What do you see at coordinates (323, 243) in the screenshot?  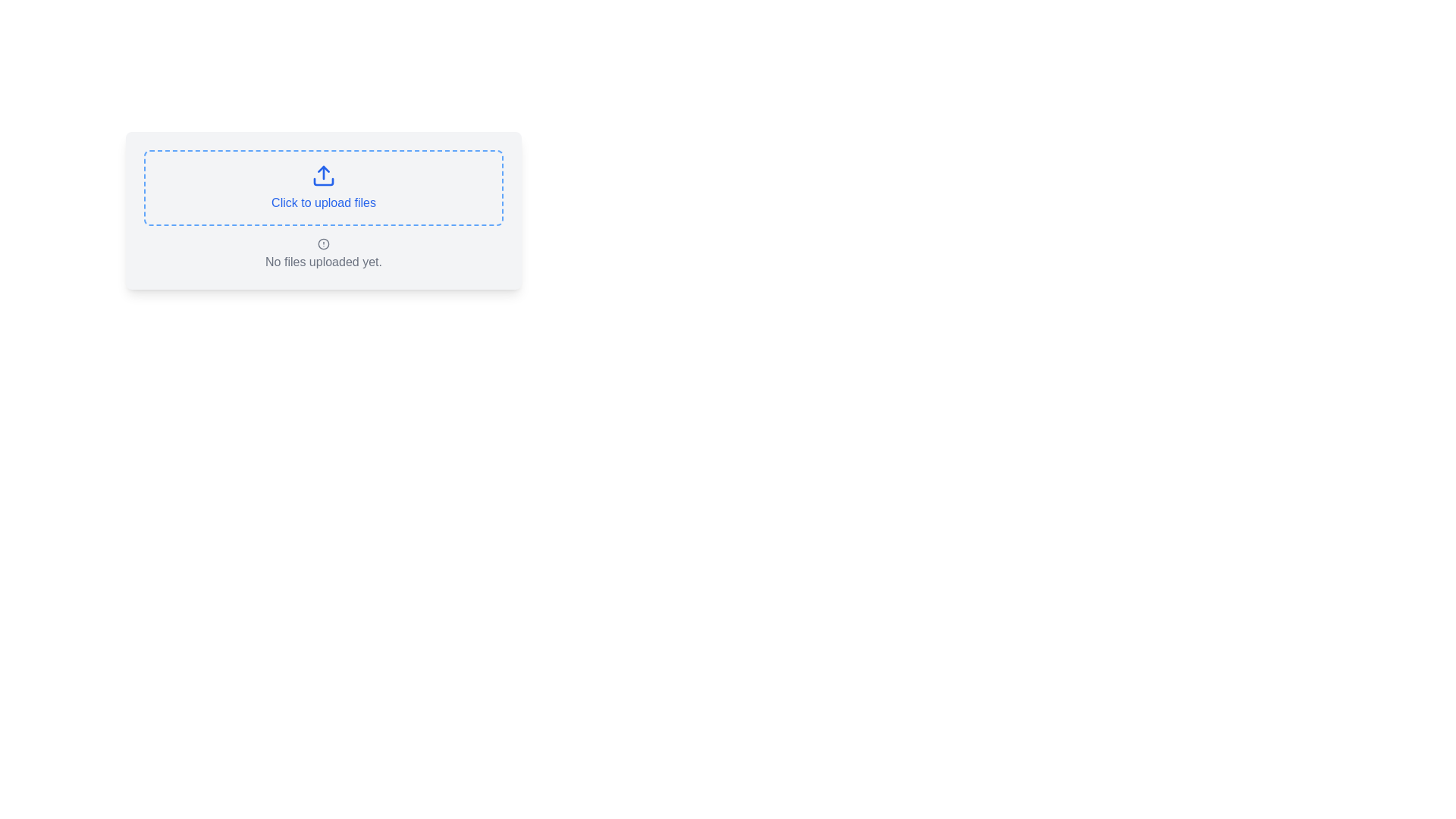 I see `the circular marker within the alert icon located below the 'Click to upload files' area on the webpage` at bounding box center [323, 243].